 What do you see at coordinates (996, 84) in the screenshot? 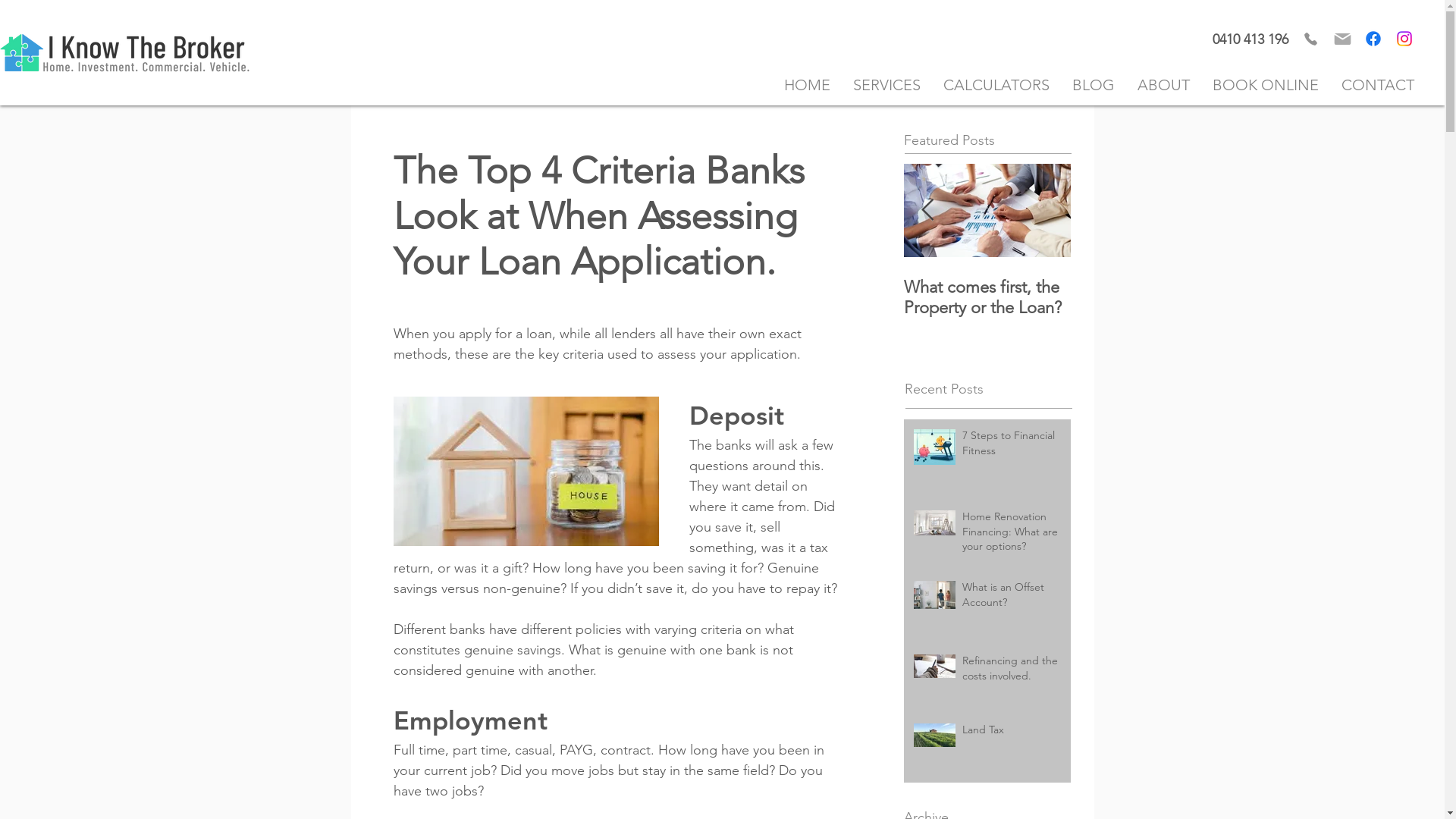
I see `'CALCULATORS'` at bounding box center [996, 84].